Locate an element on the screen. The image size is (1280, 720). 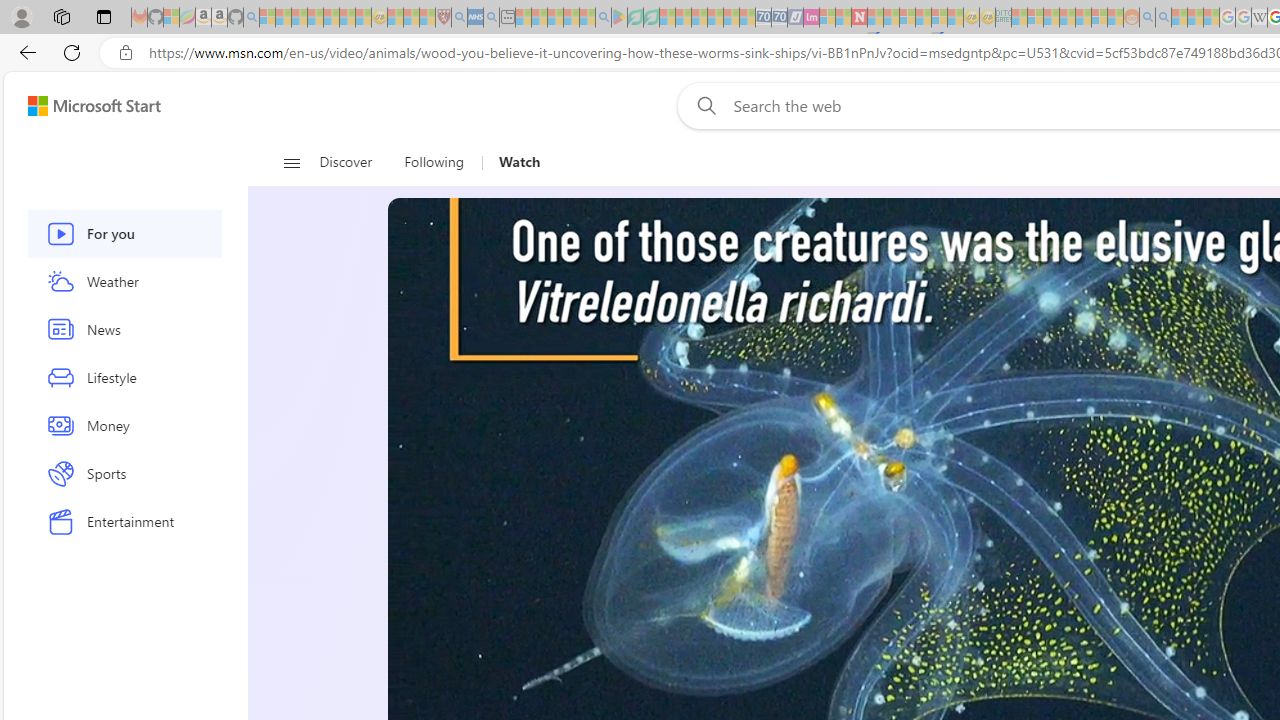
'Target page - Wikipedia - Sleeping' is located at coordinates (1258, 17).